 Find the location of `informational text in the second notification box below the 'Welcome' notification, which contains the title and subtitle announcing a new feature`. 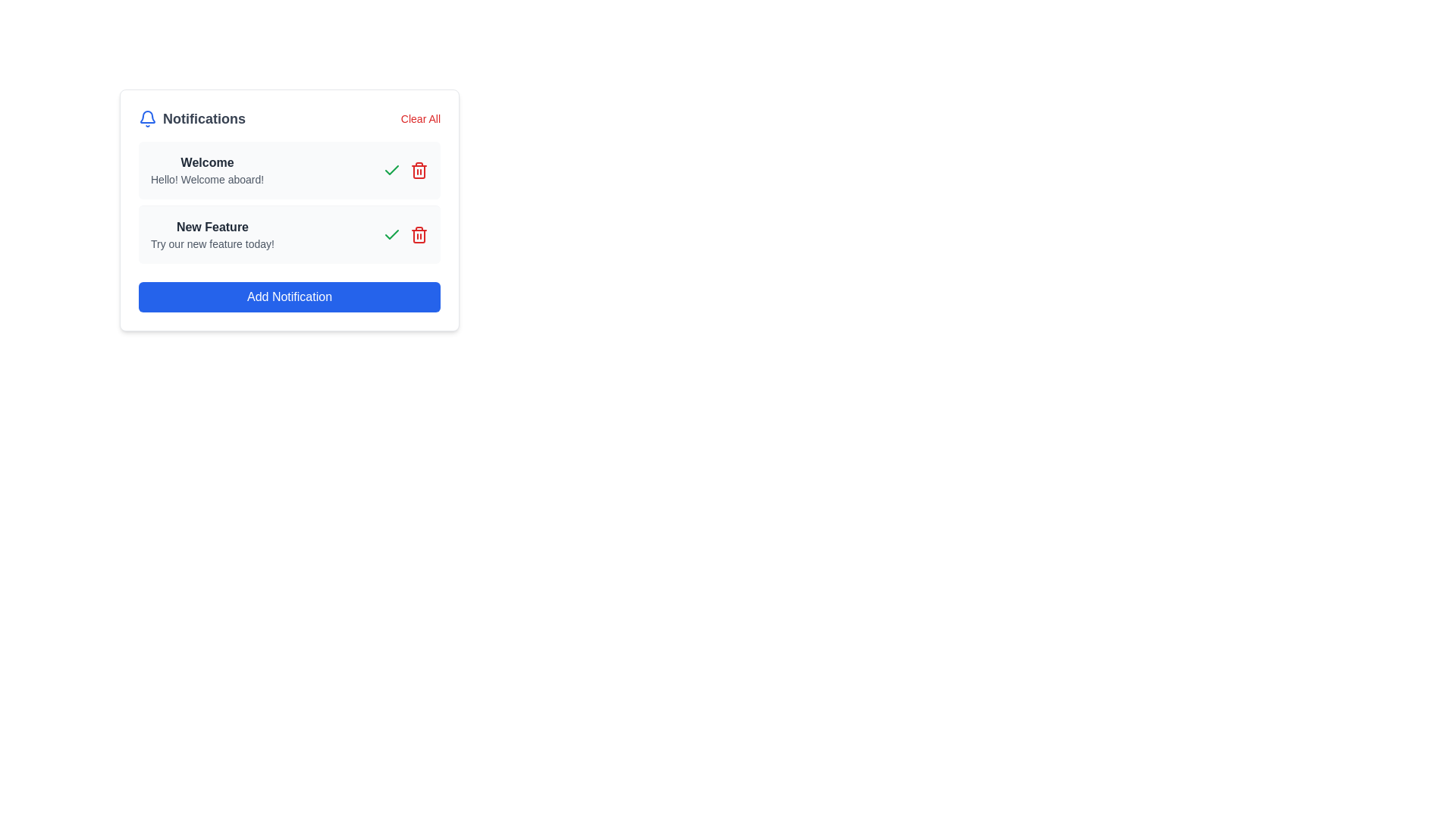

informational text in the second notification box below the 'Welcome' notification, which contains the title and subtitle announcing a new feature is located at coordinates (212, 234).